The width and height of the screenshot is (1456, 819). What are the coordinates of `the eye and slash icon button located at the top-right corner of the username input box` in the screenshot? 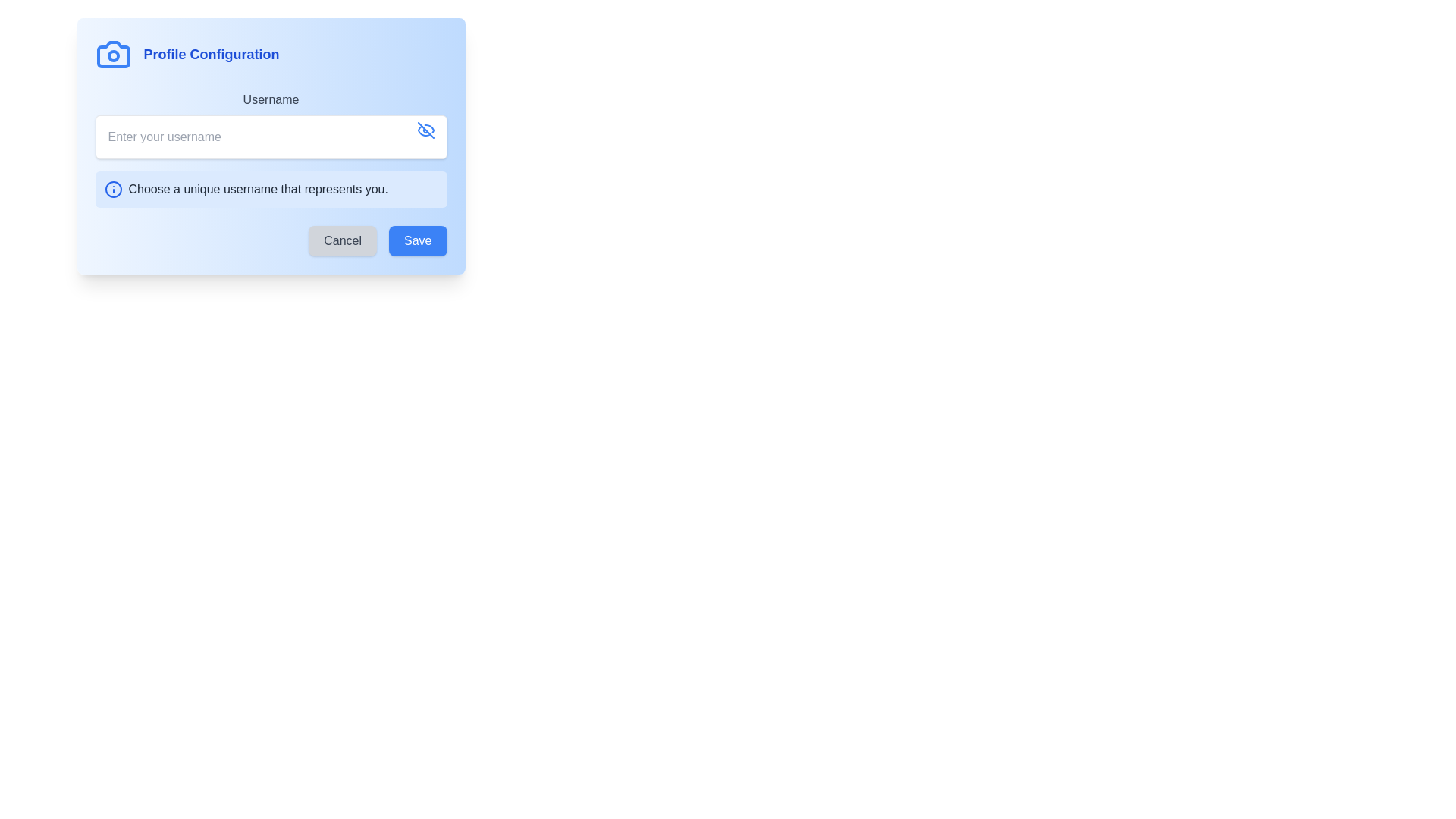 It's located at (425, 130).